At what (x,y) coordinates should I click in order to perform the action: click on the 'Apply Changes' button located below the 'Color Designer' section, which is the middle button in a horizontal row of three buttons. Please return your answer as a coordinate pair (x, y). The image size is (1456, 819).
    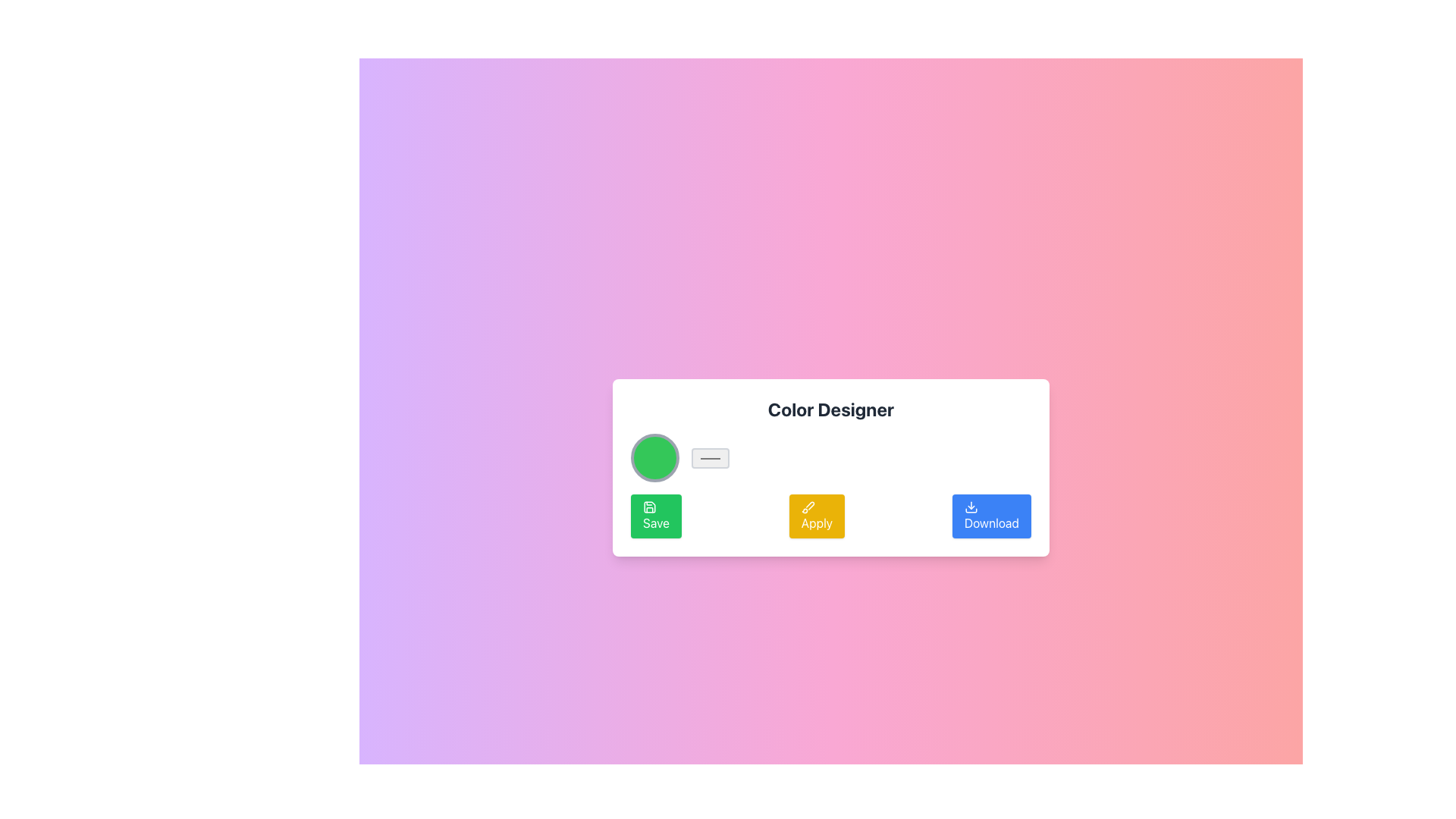
    Looking at the image, I should click on (830, 516).